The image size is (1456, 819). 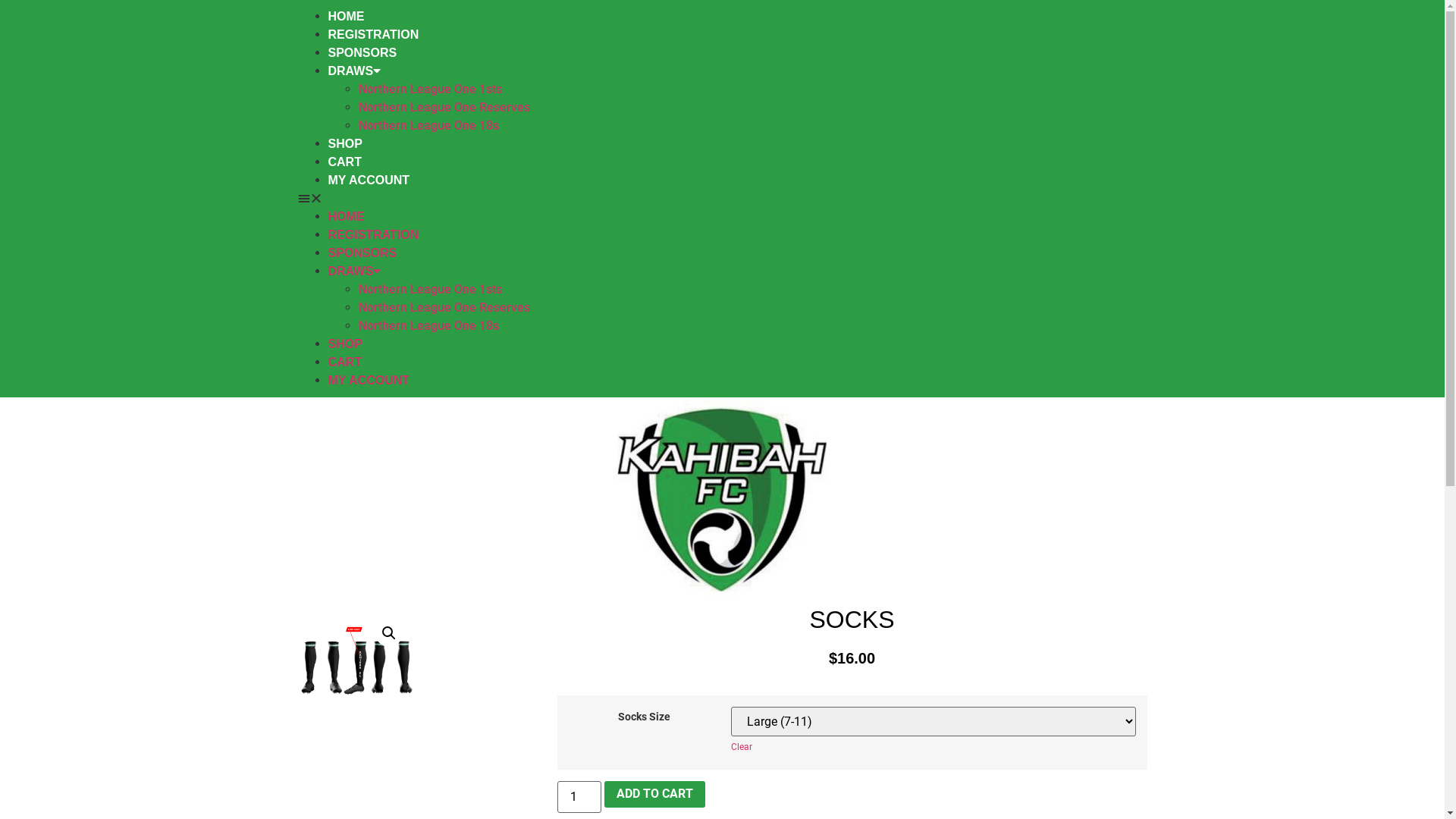 What do you see at coordinates (428, 289) in the screenshot?
I see `'Northern League One 1sts'` at bounding box center [428, 289].